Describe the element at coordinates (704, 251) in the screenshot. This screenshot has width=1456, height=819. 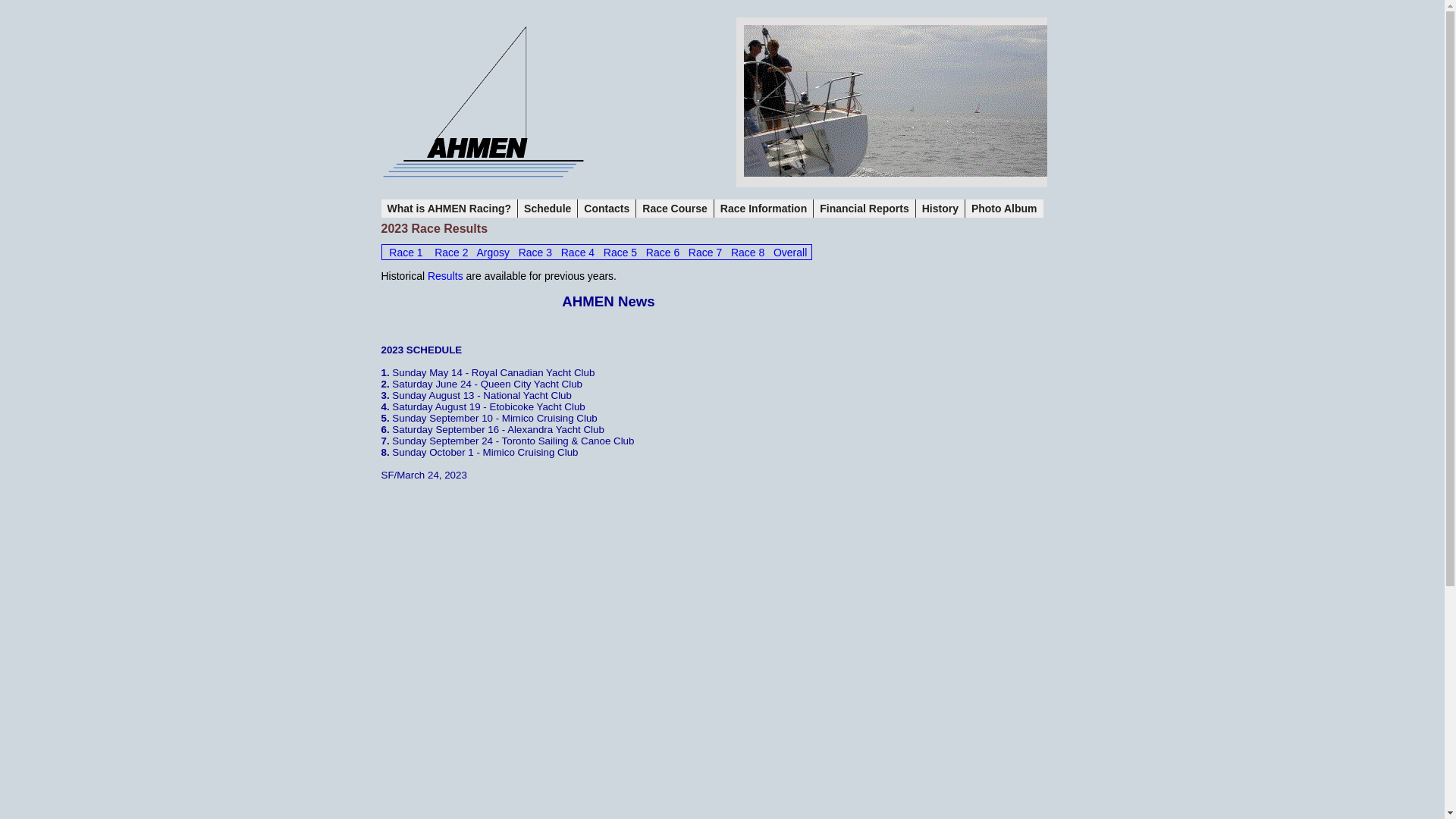
I see `'Race 7'` at that location.